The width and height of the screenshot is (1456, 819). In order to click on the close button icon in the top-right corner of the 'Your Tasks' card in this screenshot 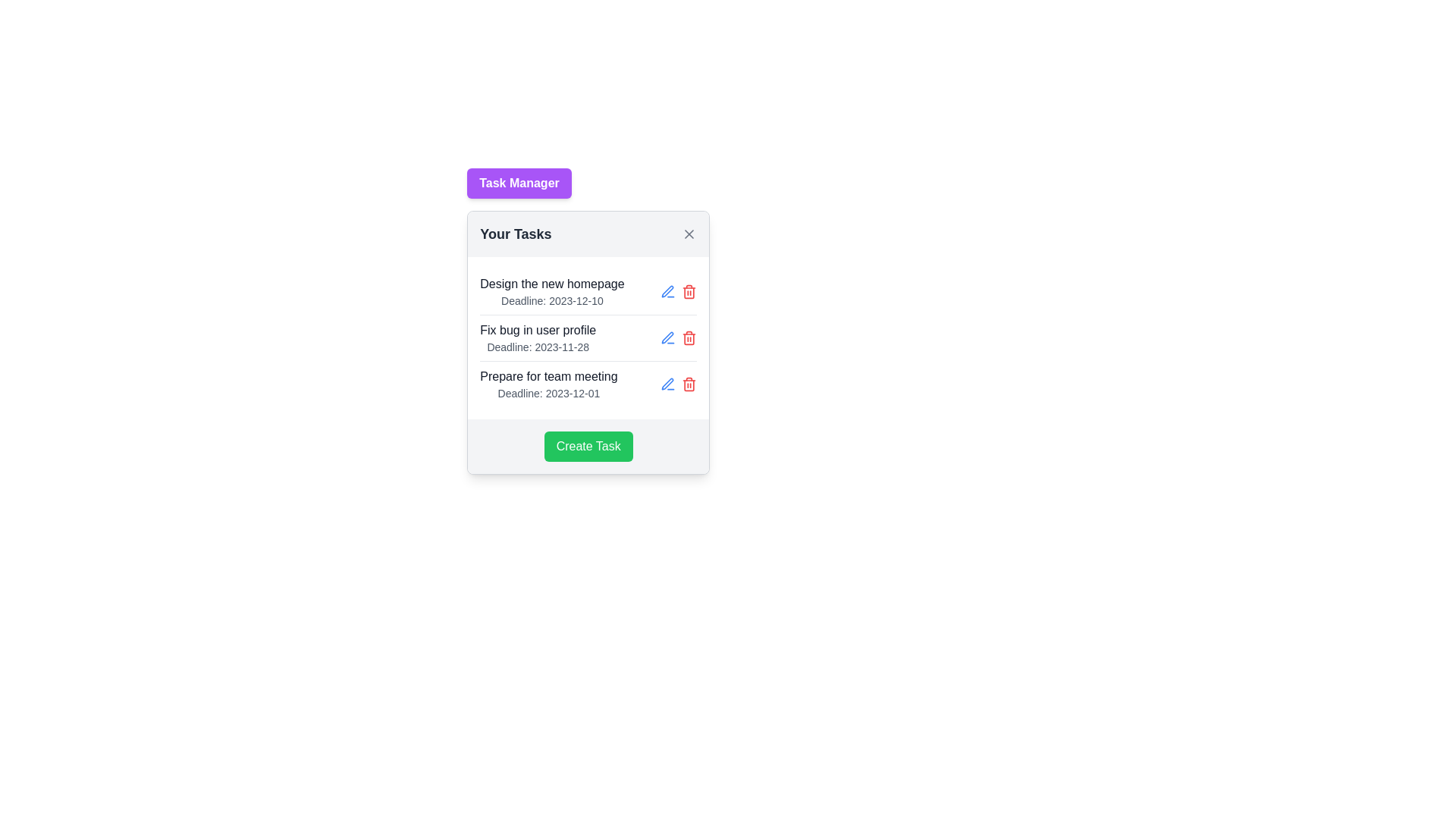, I will do `click(689, 234)`.